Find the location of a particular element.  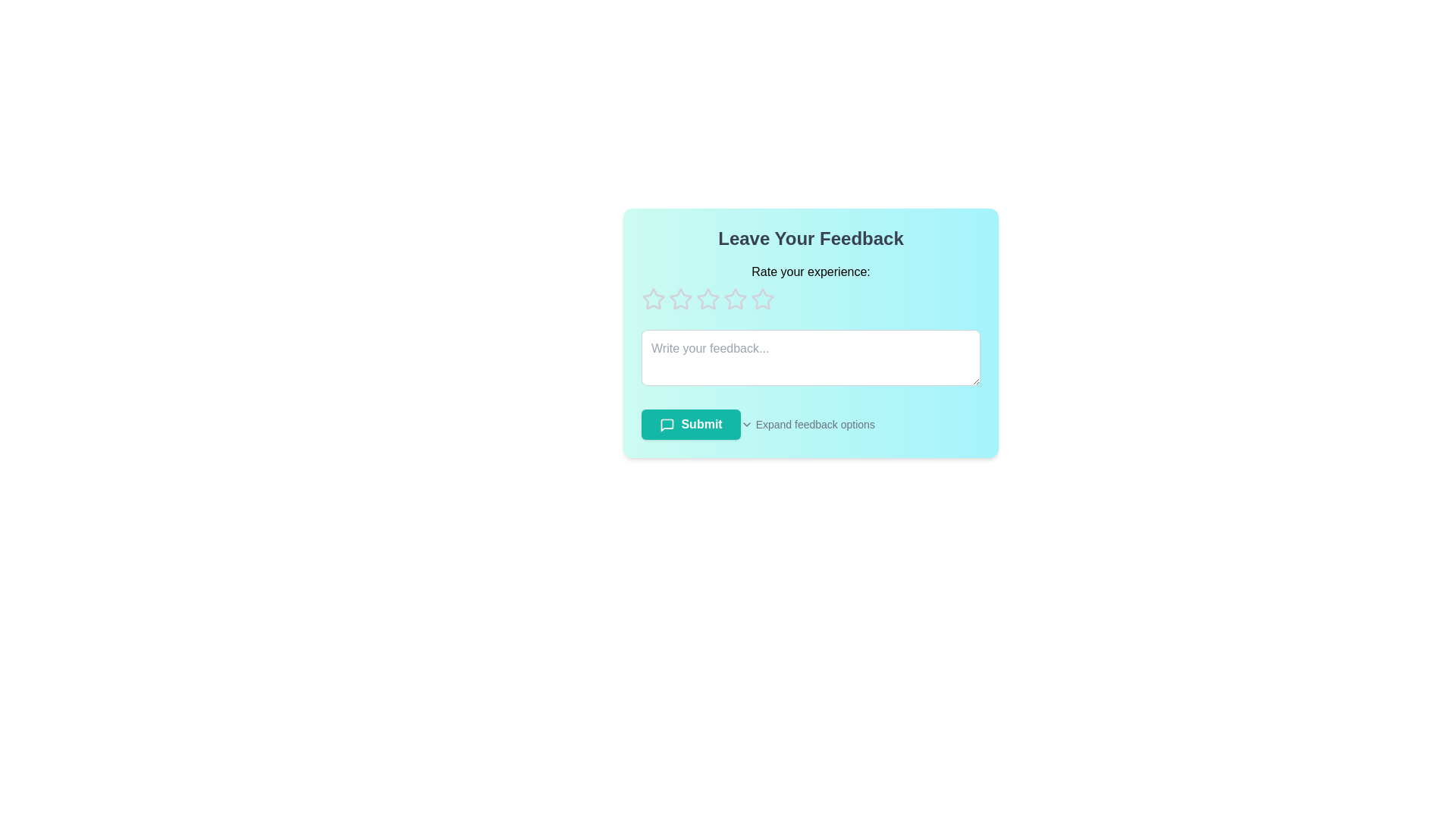

the submission button located in the feedback panel at the bottom-left region is located at coordinates (690, 424).